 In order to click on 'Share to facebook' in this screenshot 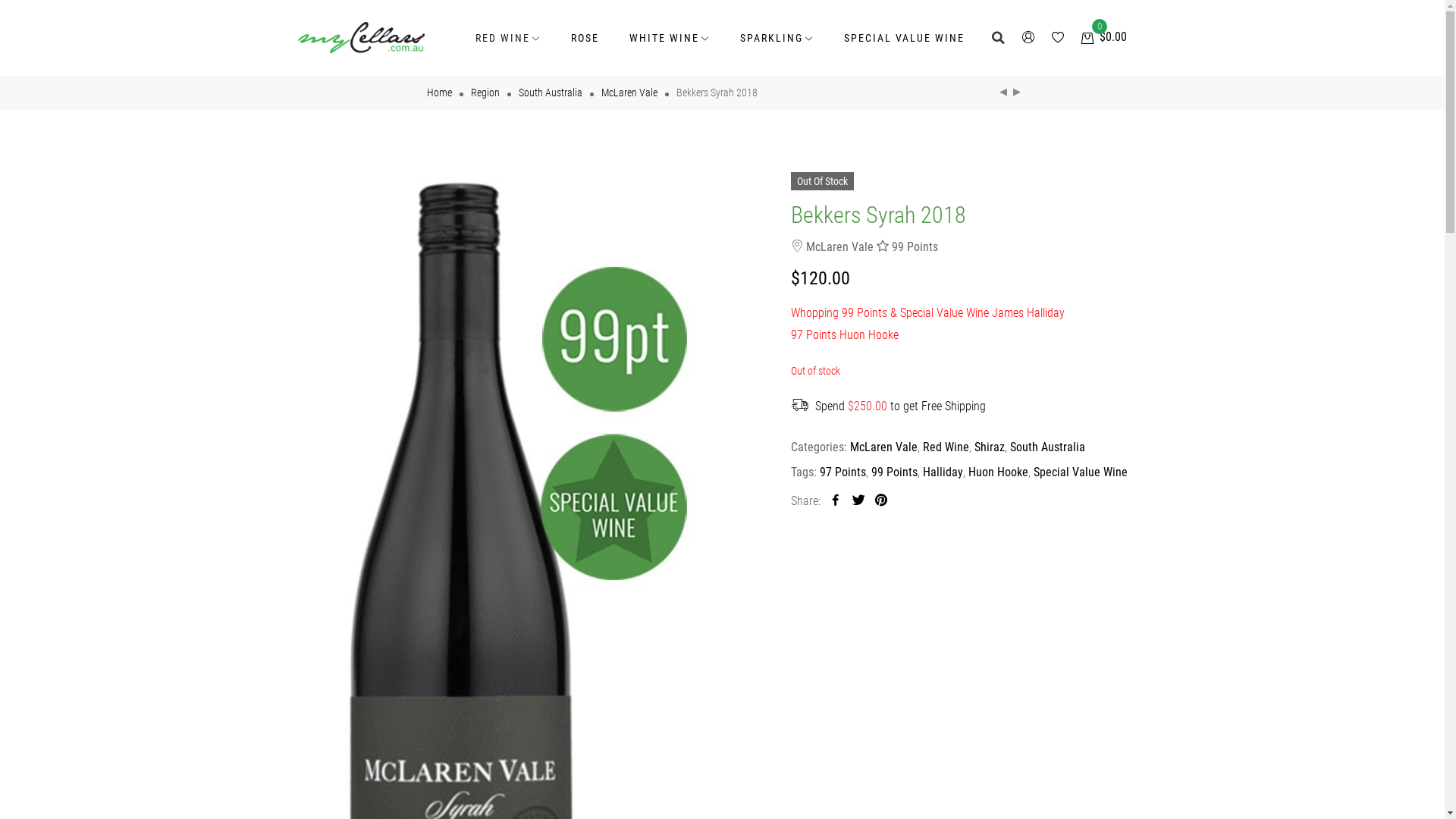, I will do `click(835, 500)`.